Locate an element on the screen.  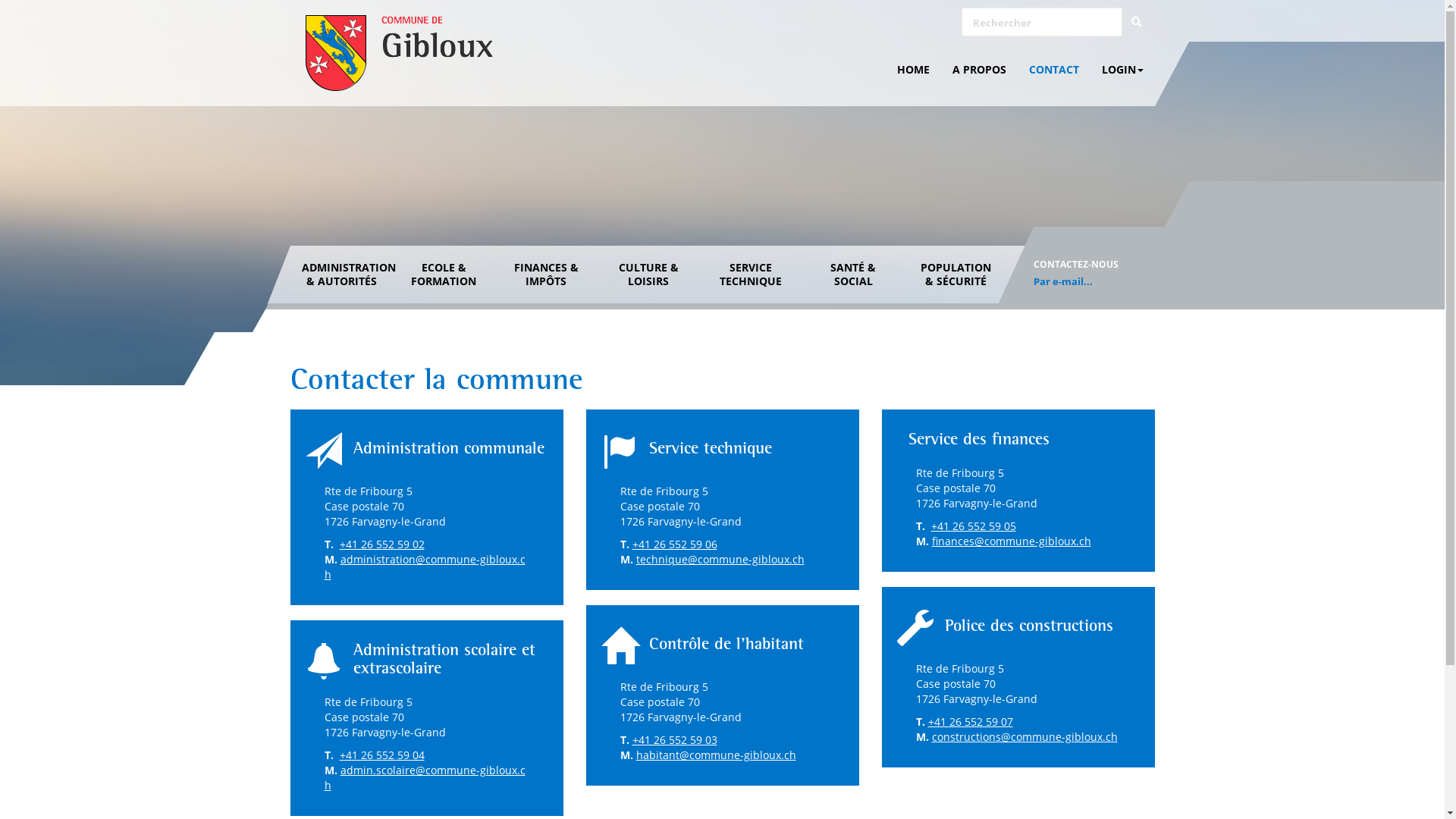
'CONTACT' is located at coordinates (1053, 70).